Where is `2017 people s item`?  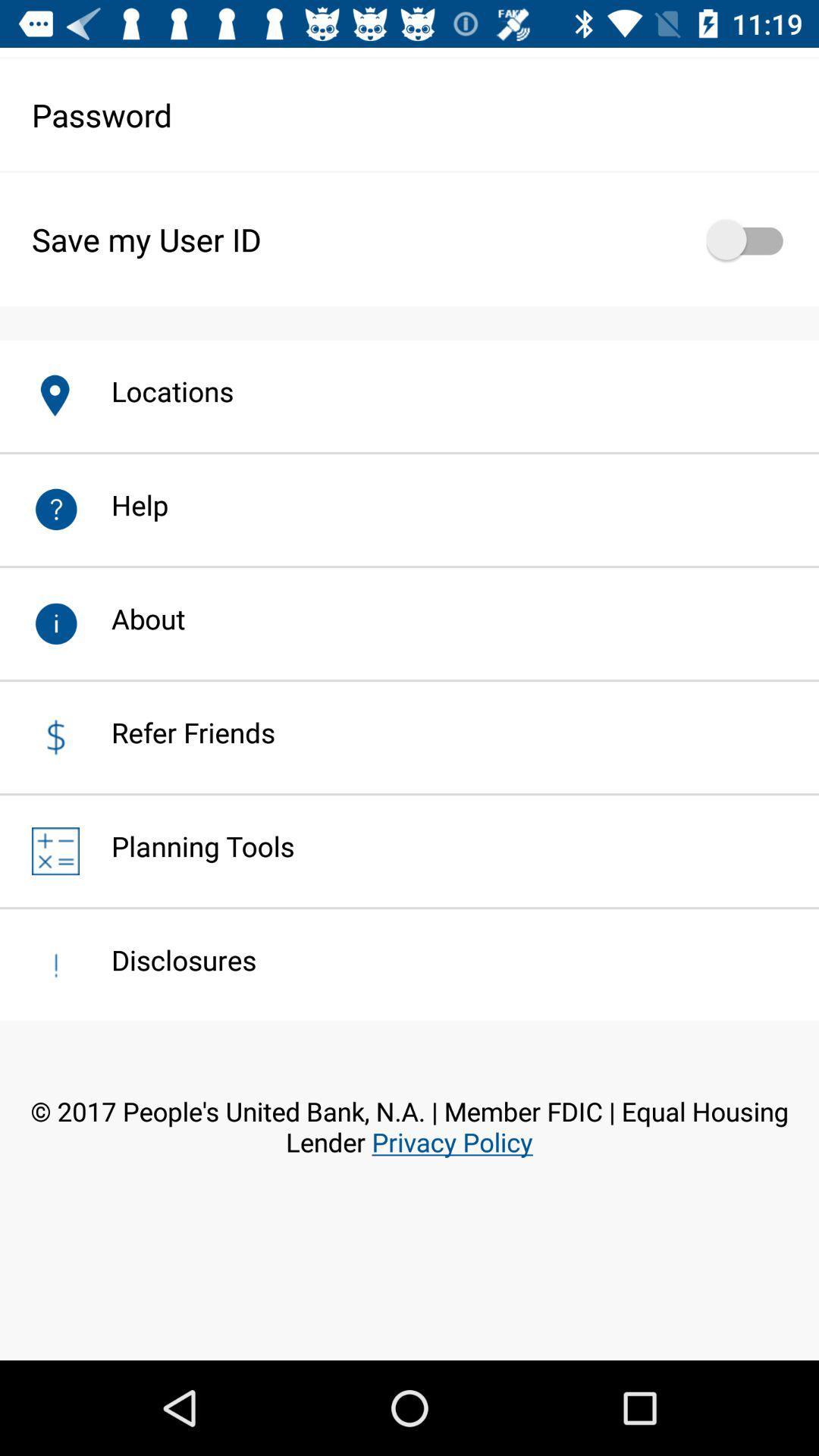
2017 people s item is located at coordinates (409, 1152).